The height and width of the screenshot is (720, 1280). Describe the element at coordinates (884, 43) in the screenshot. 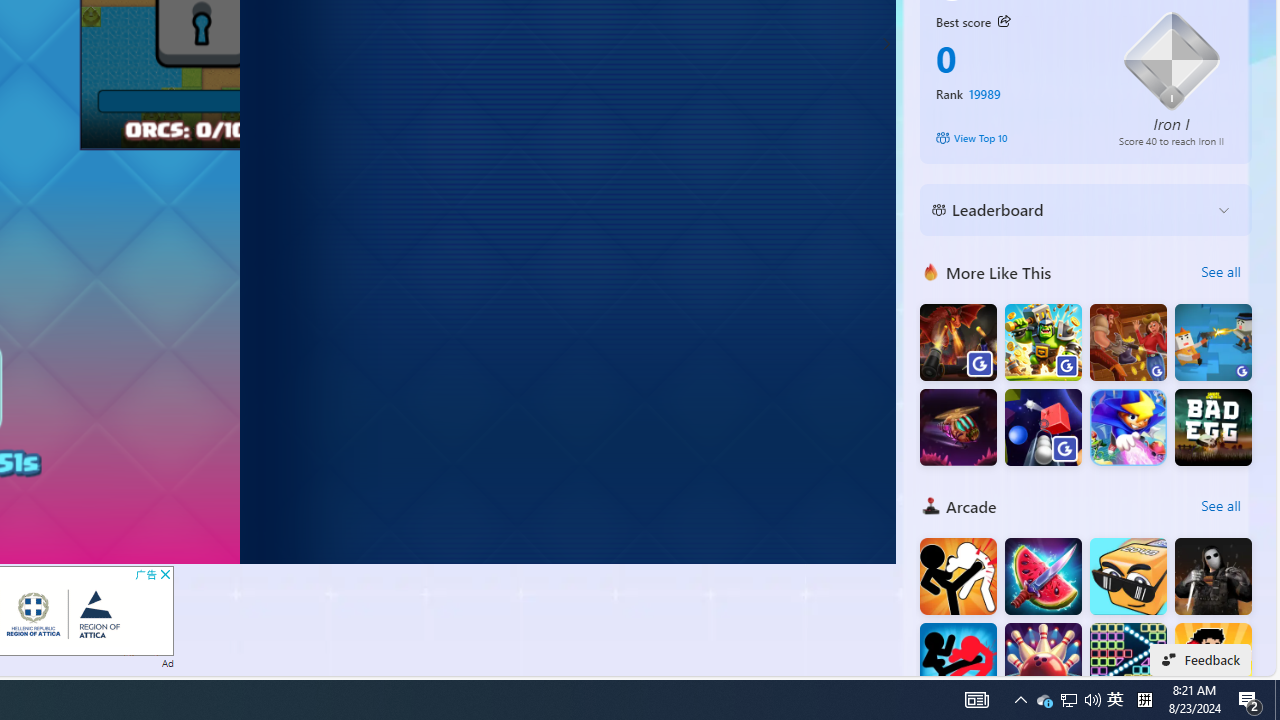

I see `'Class: control'` at that location.